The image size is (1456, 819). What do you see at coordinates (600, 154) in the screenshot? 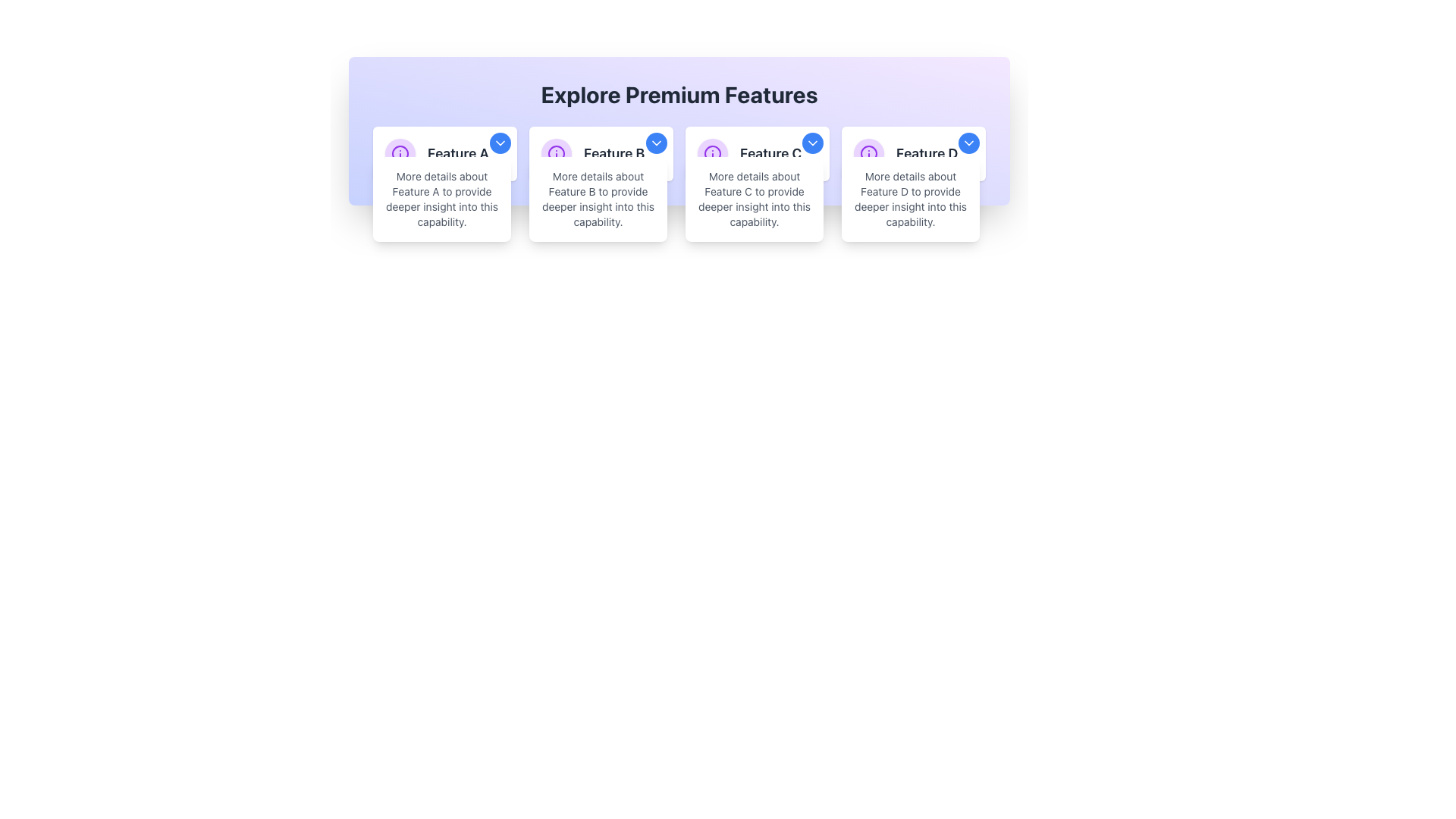
I see `the static text element titled 'Feature B' located in the second card of a horizontal layout, which is positioned below a lavender icon and to the left of a blue badge` at bounding box center [600, 154].